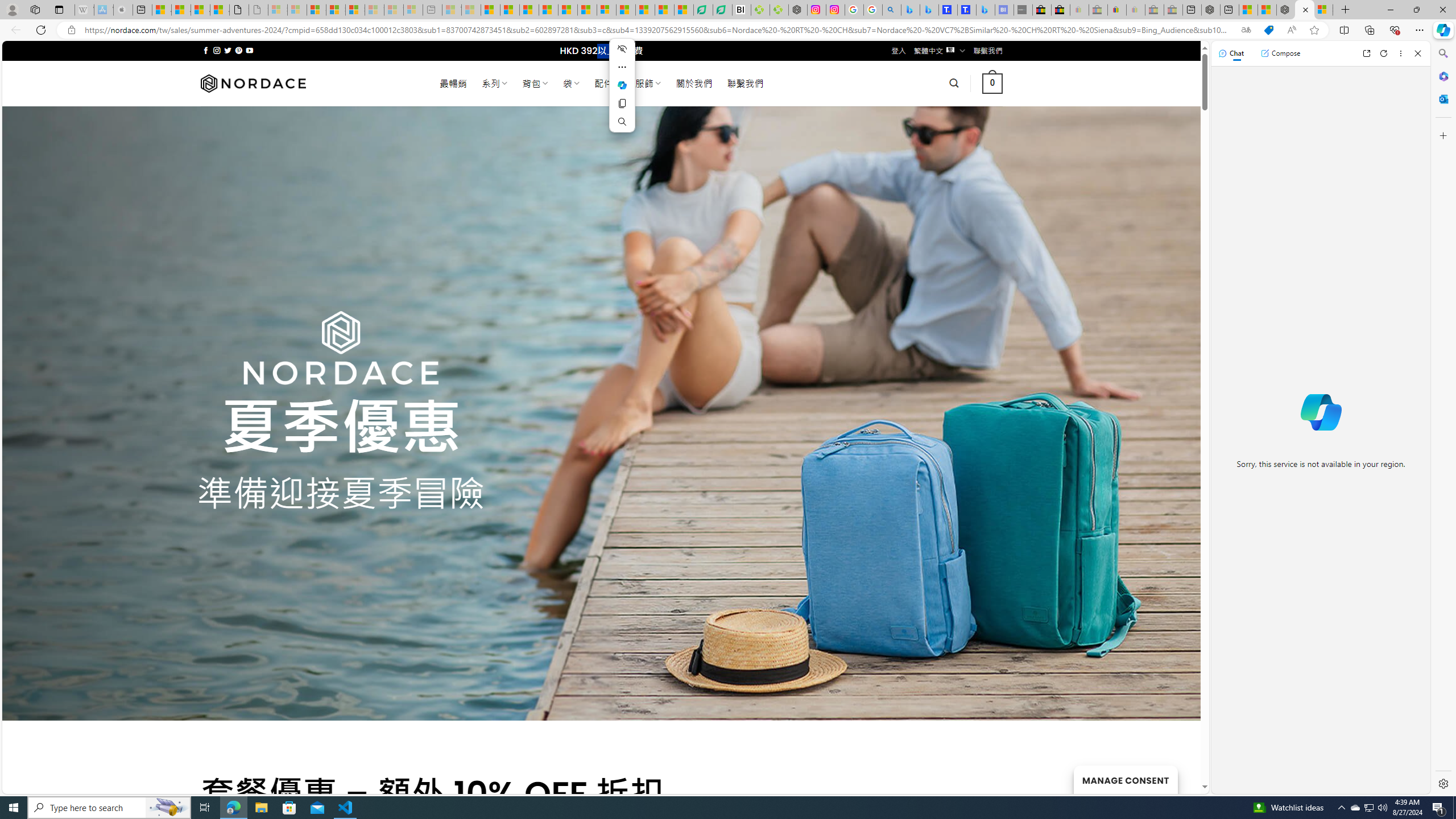 The image size is (1456, 819). I want to click on 'Copy', so click(622, 103).